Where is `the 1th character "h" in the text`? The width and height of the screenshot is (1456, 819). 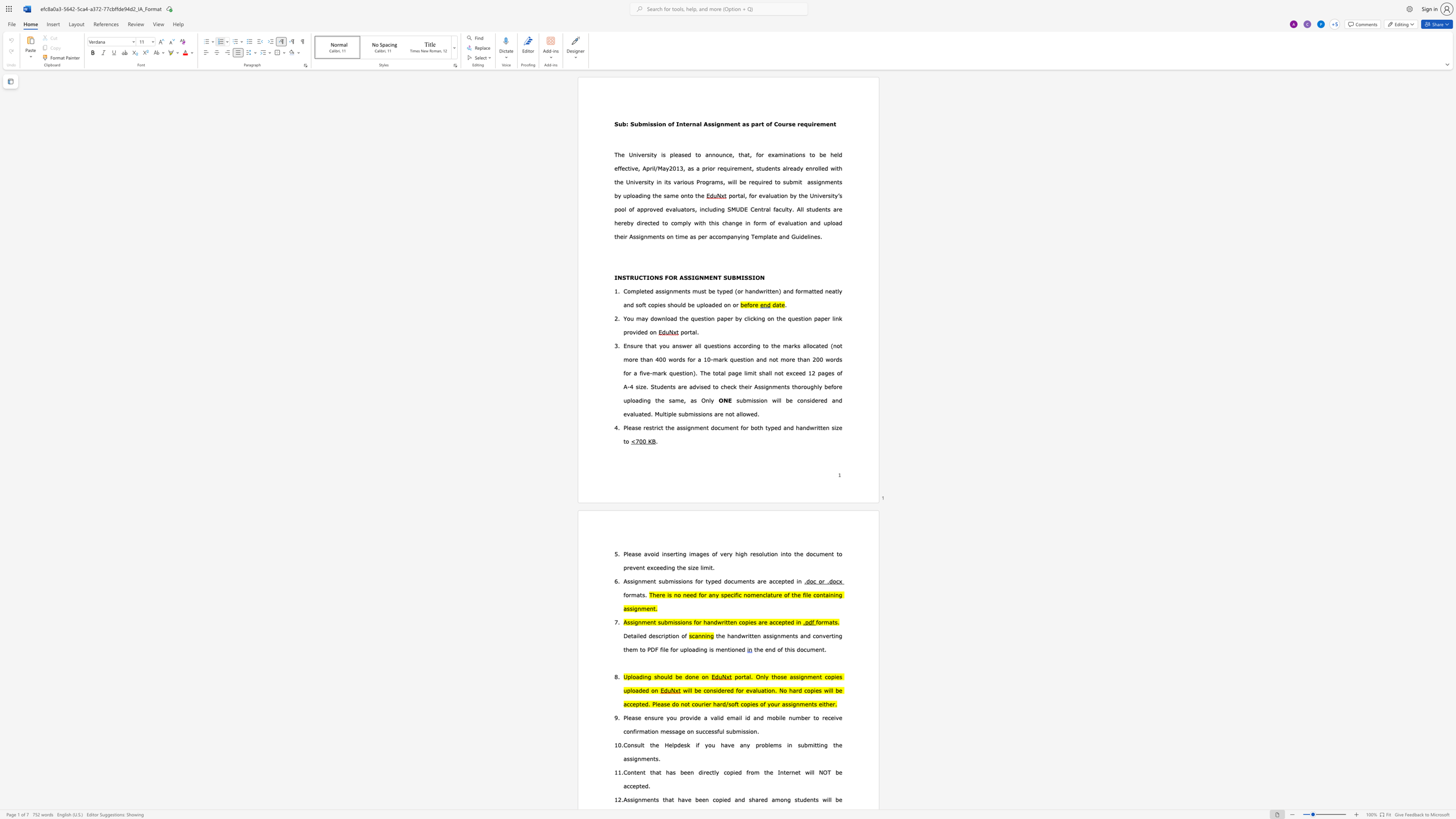 the 1th character "h" in the text is located at coordinates (761, 427).